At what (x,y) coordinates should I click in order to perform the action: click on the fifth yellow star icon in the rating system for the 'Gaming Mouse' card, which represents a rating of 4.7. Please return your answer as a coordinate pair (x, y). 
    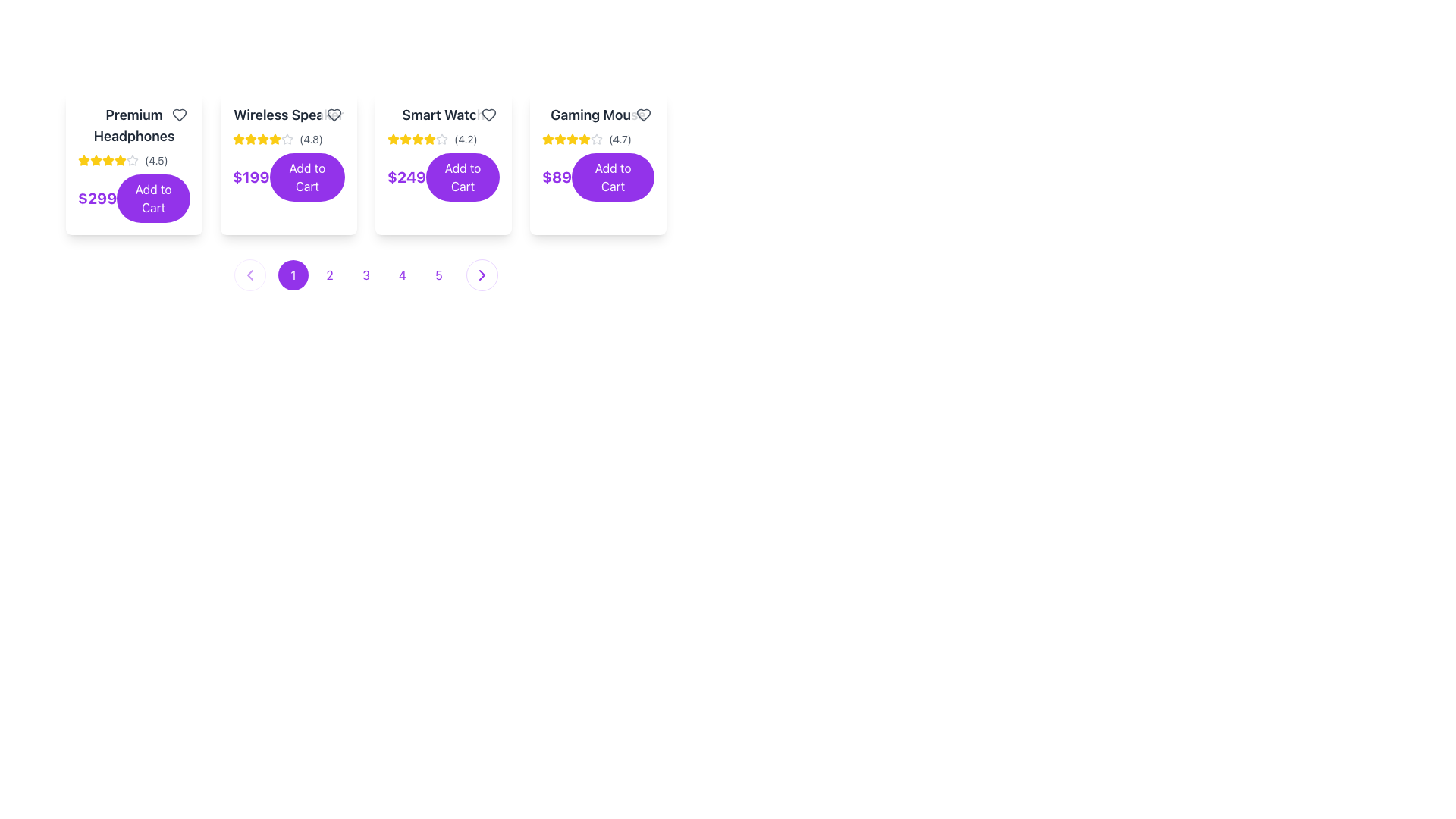
    Looking at the image, I should click on (571, 140).